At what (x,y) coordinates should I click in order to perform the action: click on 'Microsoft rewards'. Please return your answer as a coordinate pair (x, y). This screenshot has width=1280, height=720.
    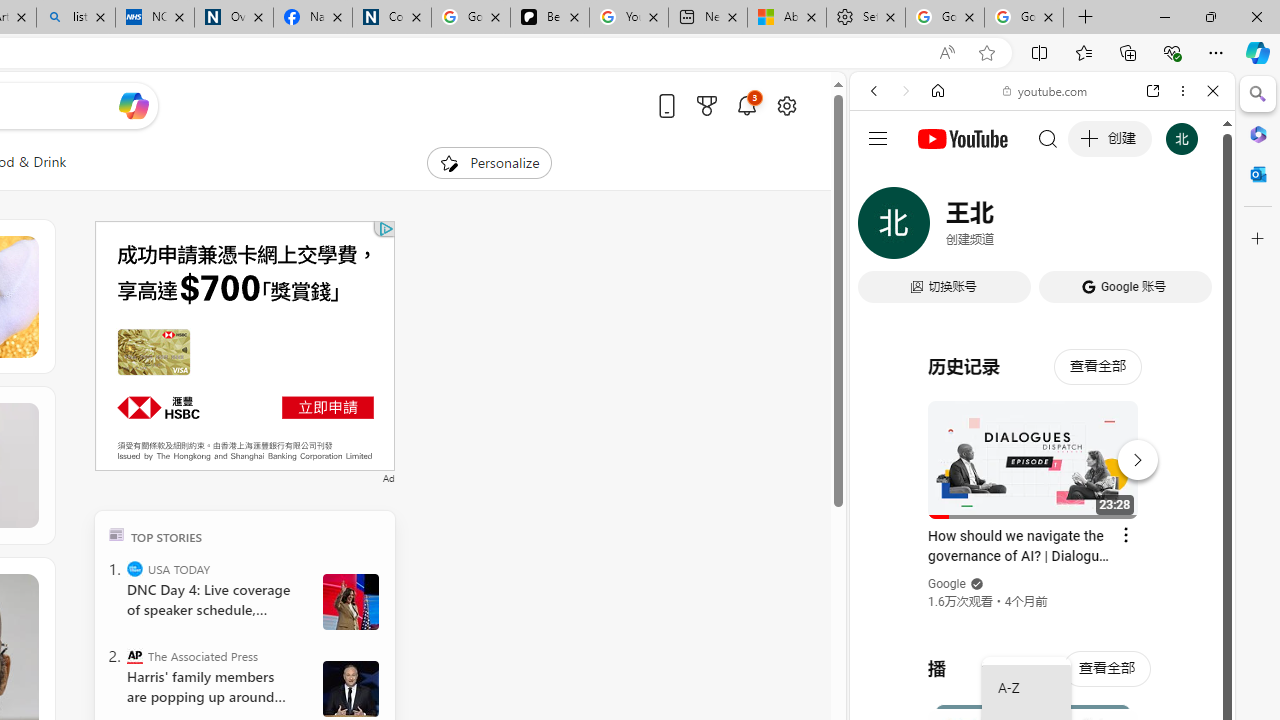
    Looking at the image, I should click on (707, 105).